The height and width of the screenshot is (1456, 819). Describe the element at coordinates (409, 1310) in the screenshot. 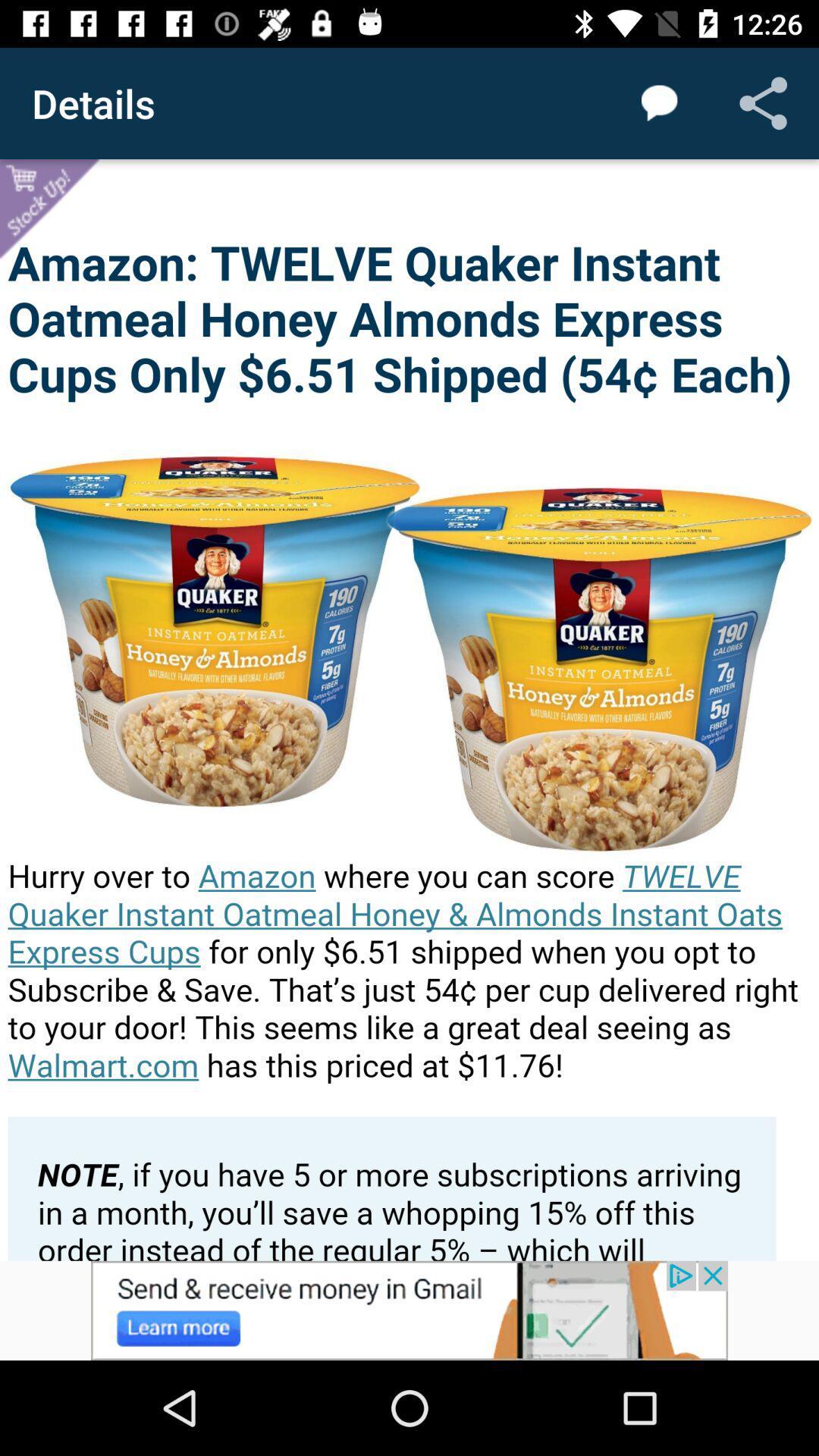

I see `click for more info` at that location.